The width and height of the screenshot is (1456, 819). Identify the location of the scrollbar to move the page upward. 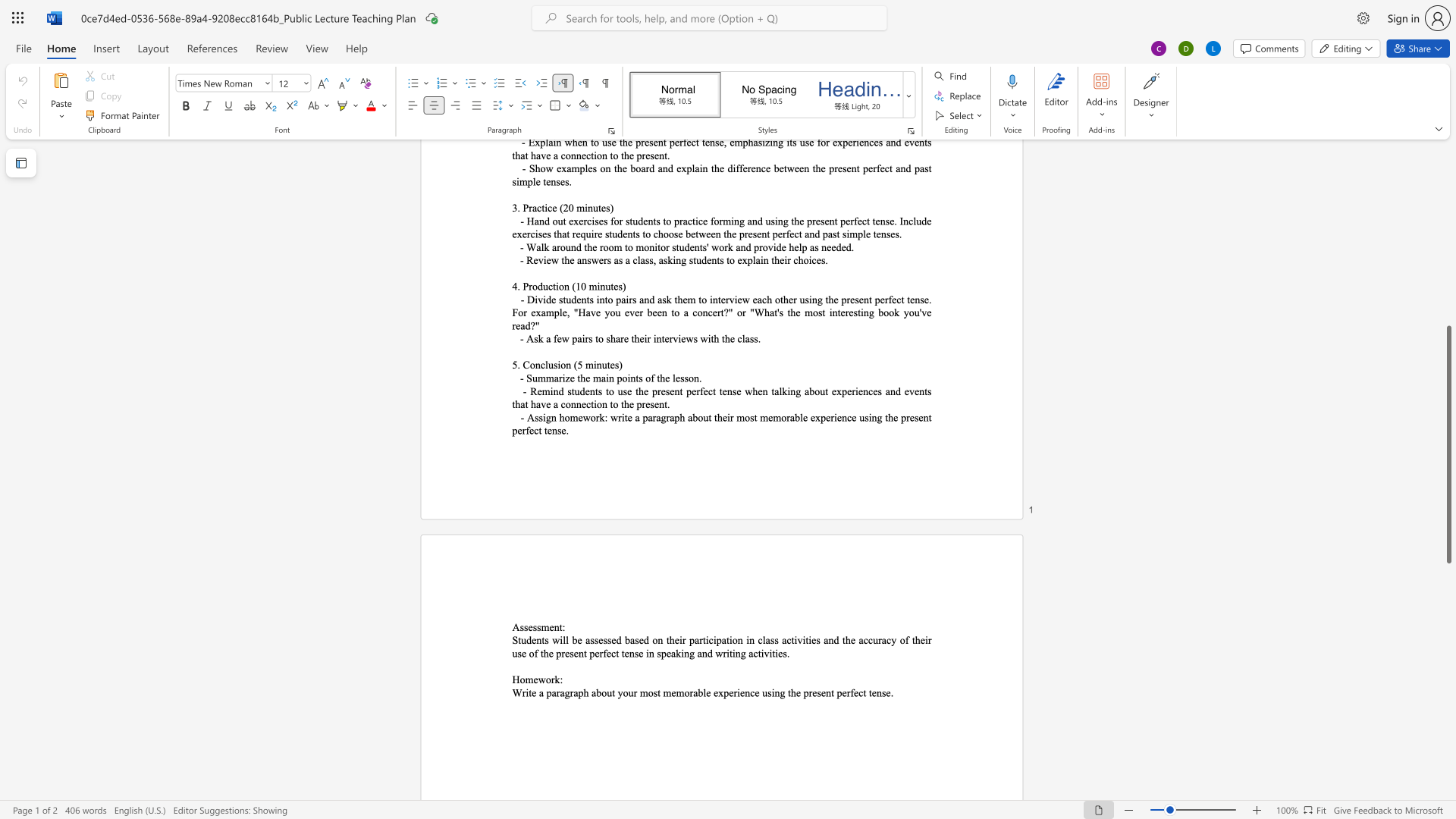
(1448, 318).